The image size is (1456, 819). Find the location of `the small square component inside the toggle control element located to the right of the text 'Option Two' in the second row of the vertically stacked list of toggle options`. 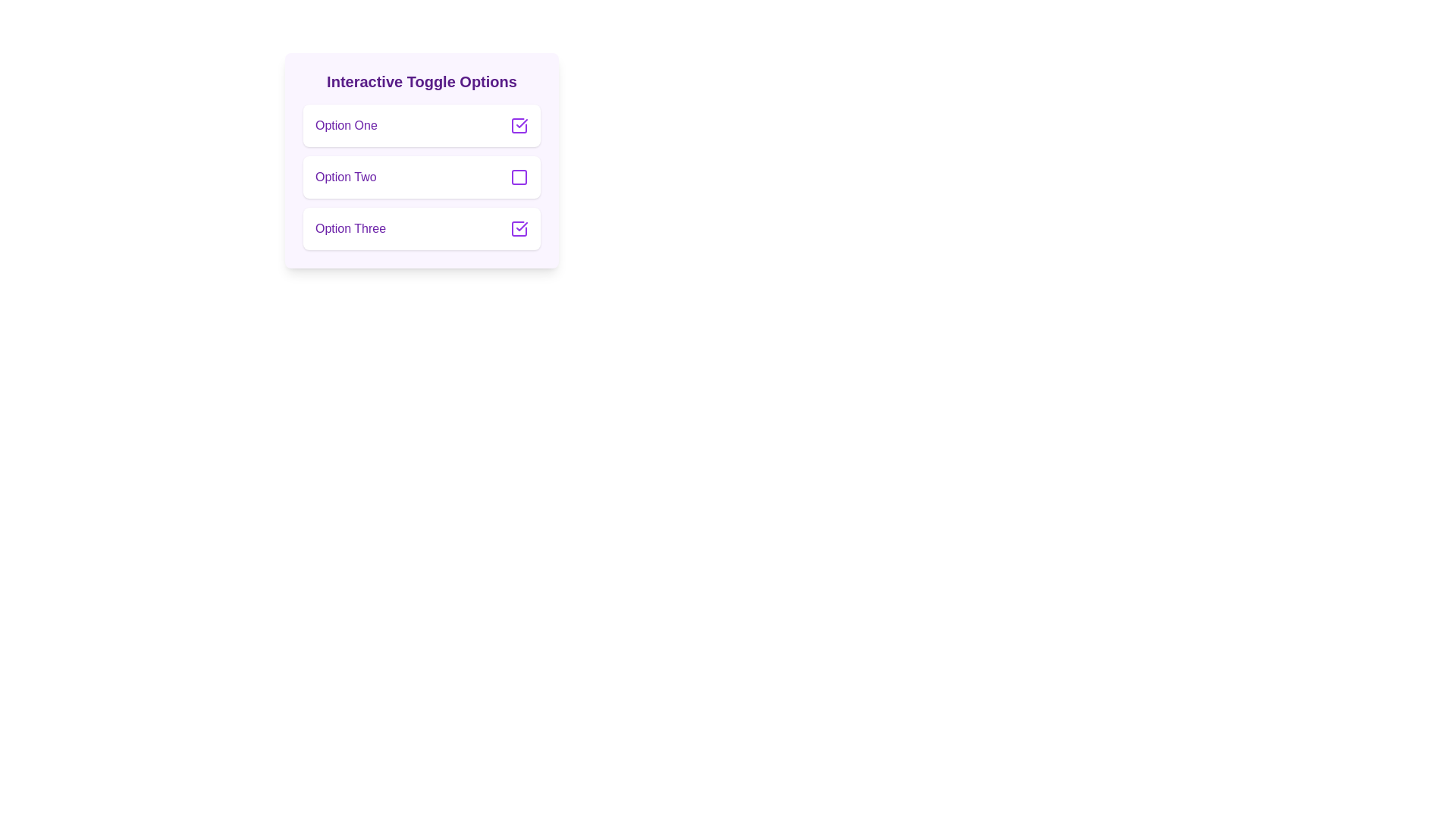

the small square component inside the toggle control element located to the right of the text 'Option Two' in the second row of the vertically stacked list of toggle options is located at coordinates (519, 177).